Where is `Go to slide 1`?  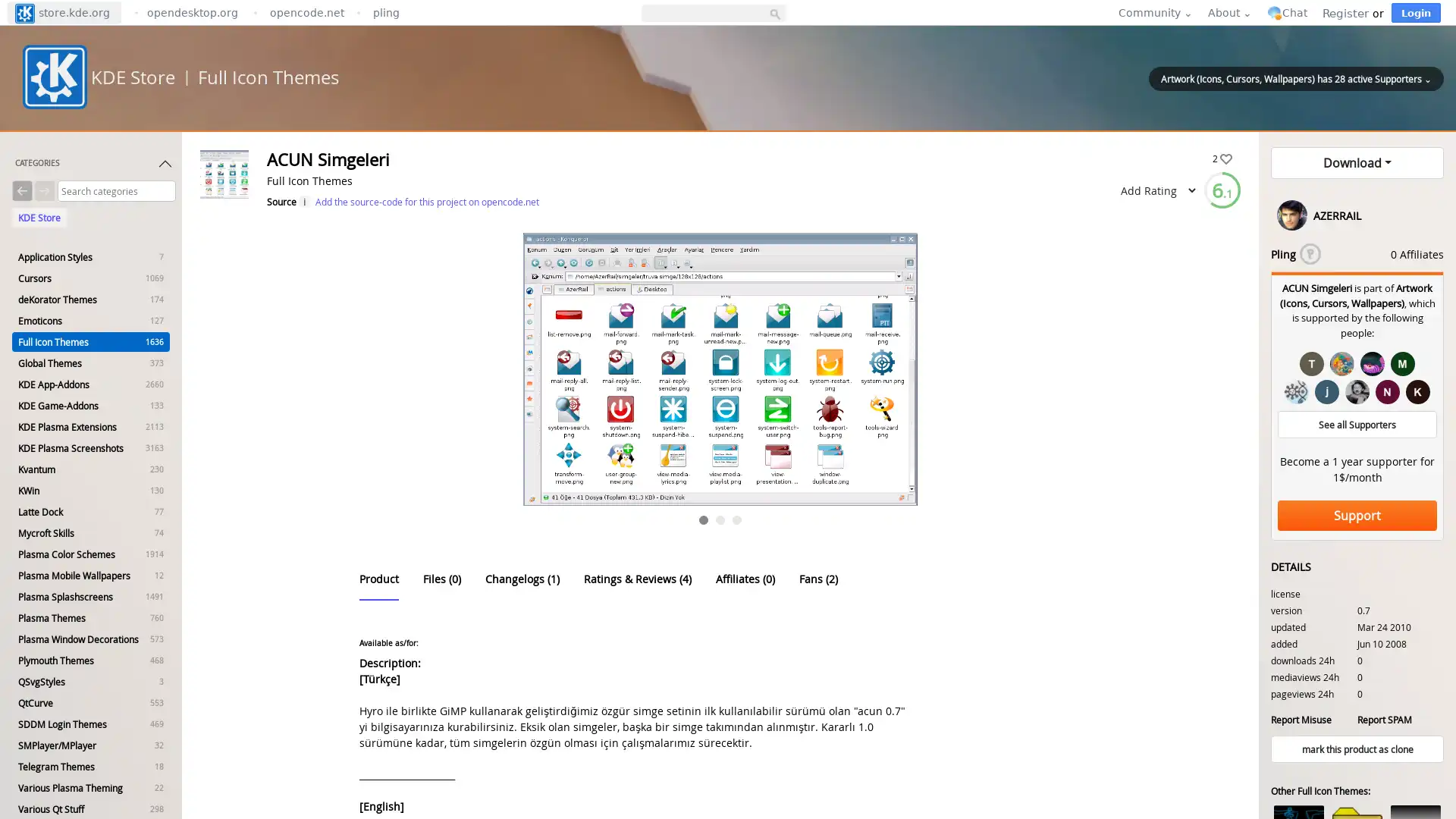 Go to slide 1 is located at coordinates (702, 519).